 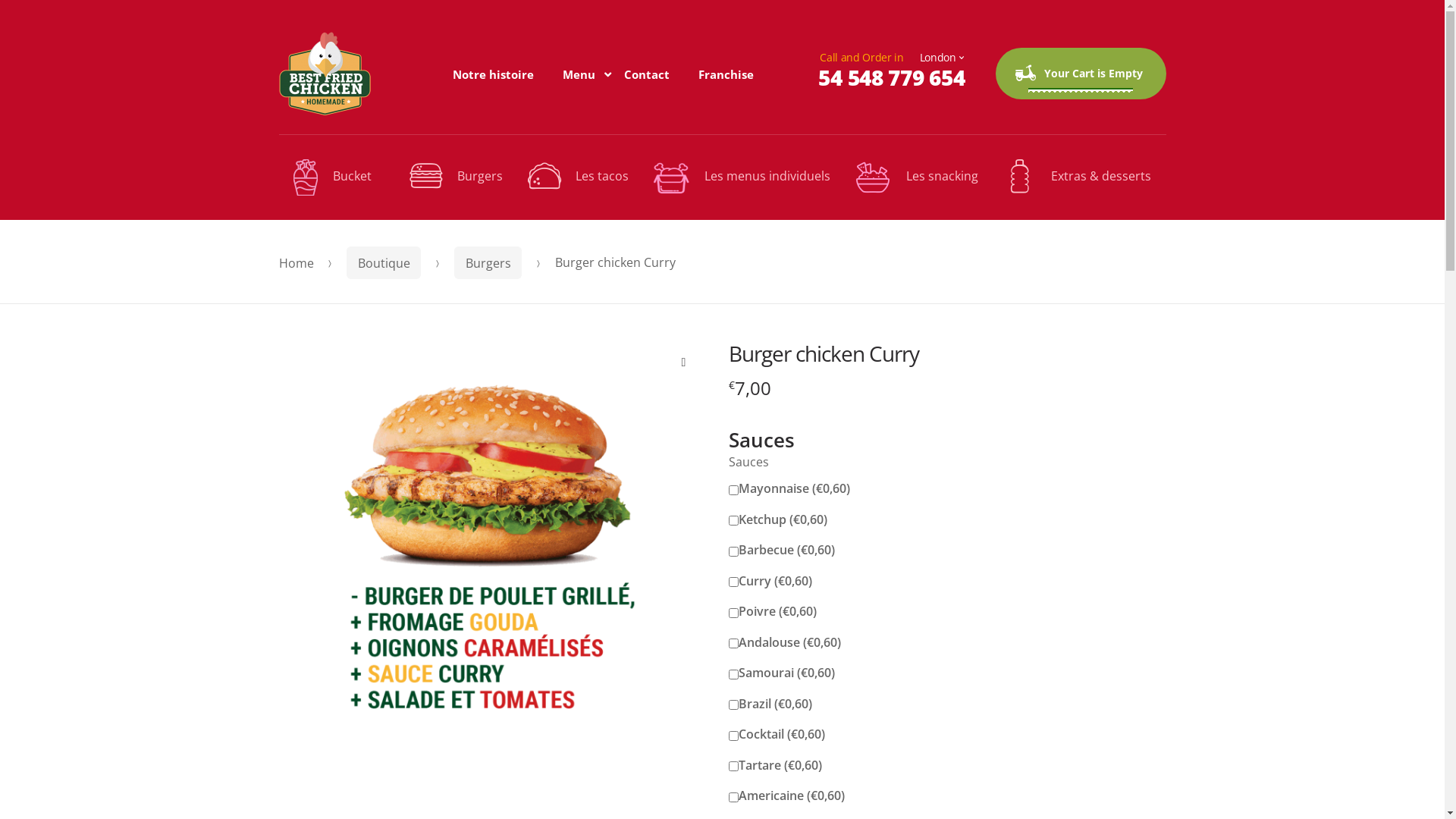 I want to click on 'Menu', so click(x=578, y=73).